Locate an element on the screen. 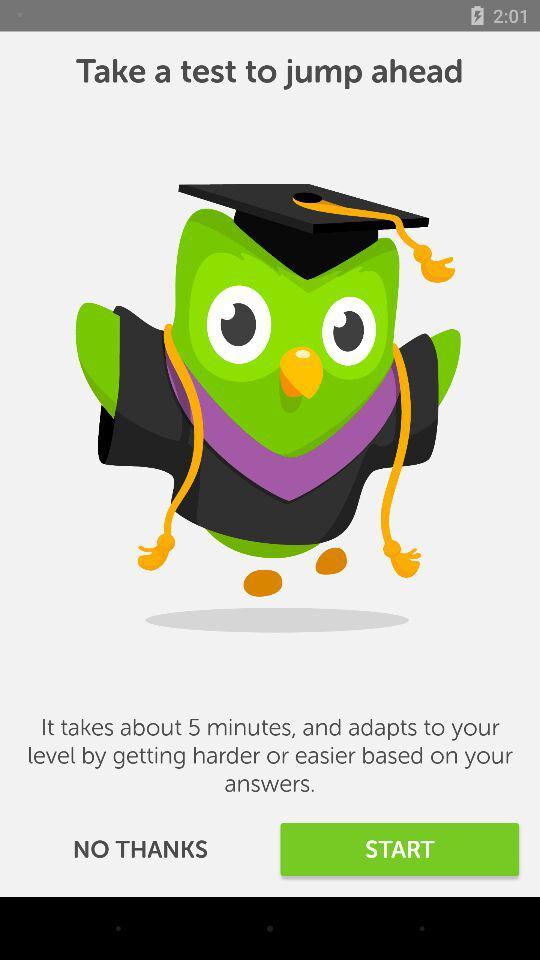  item below the it takes about is located at coordinates (399, 848).